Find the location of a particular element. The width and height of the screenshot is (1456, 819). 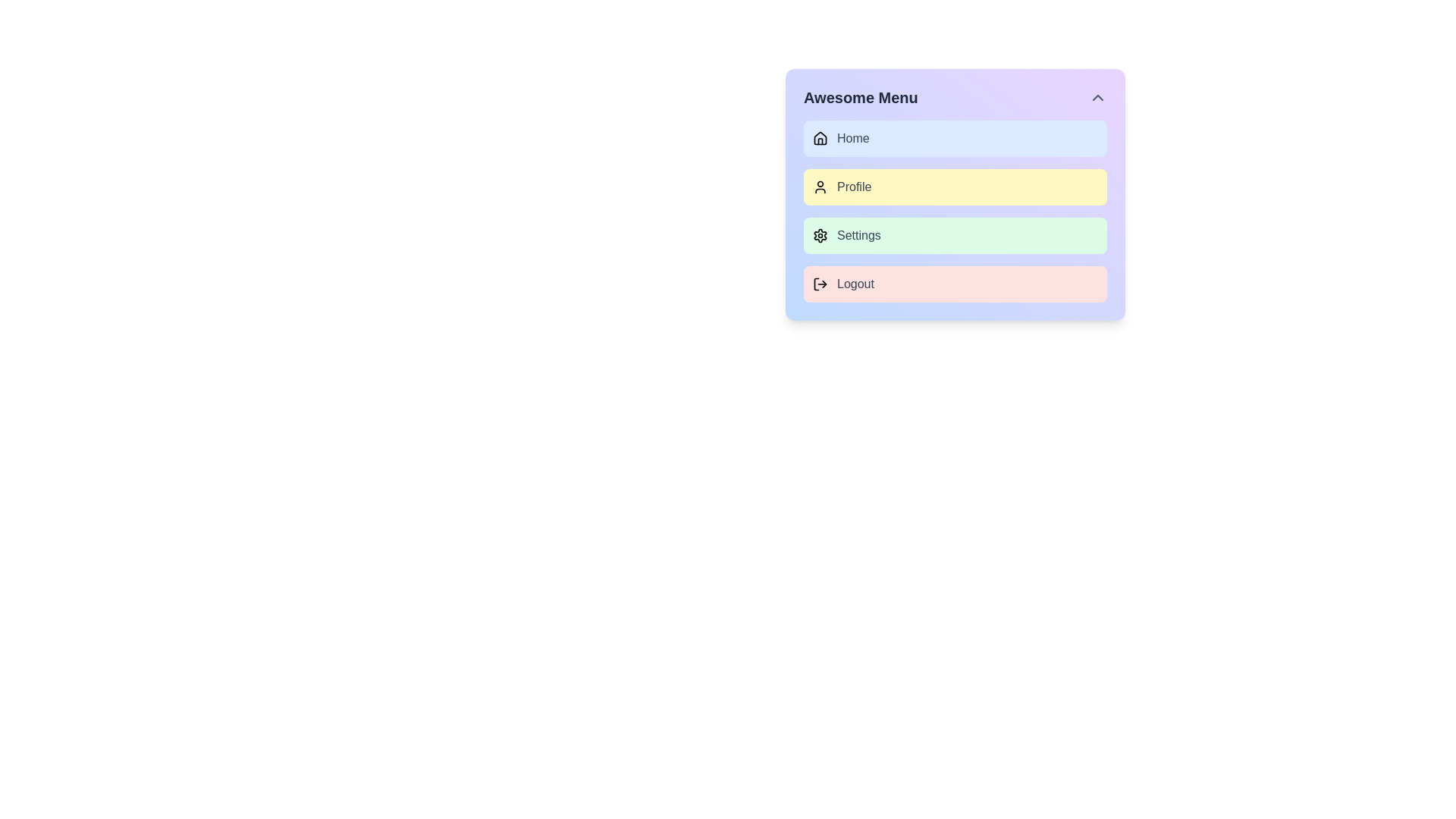

the 'Profile' option in the vertical menu under the title 'Awesome Menu' is located at coordinates (954, 211).